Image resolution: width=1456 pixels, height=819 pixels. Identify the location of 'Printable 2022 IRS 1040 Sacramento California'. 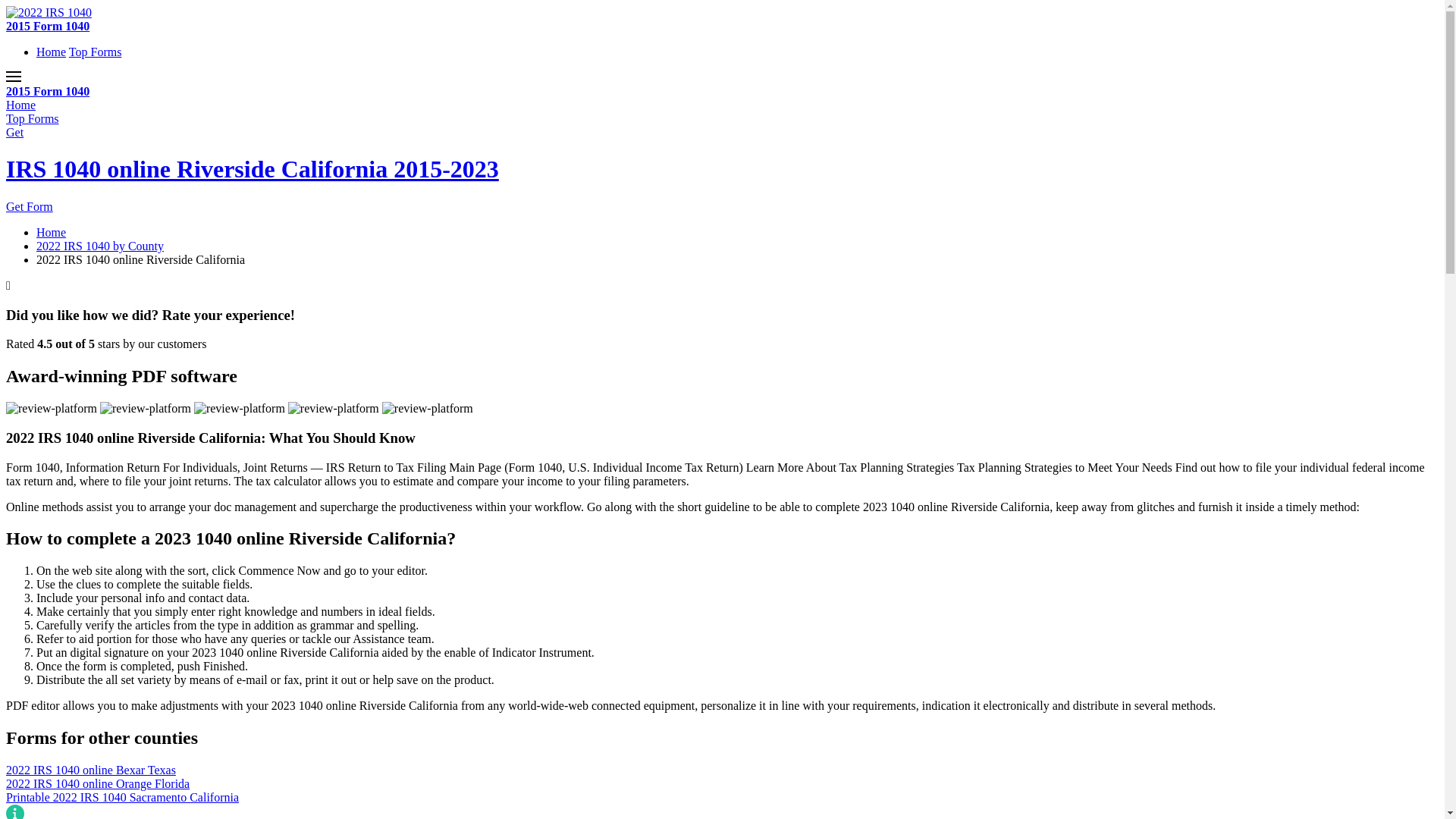
(721, 797).